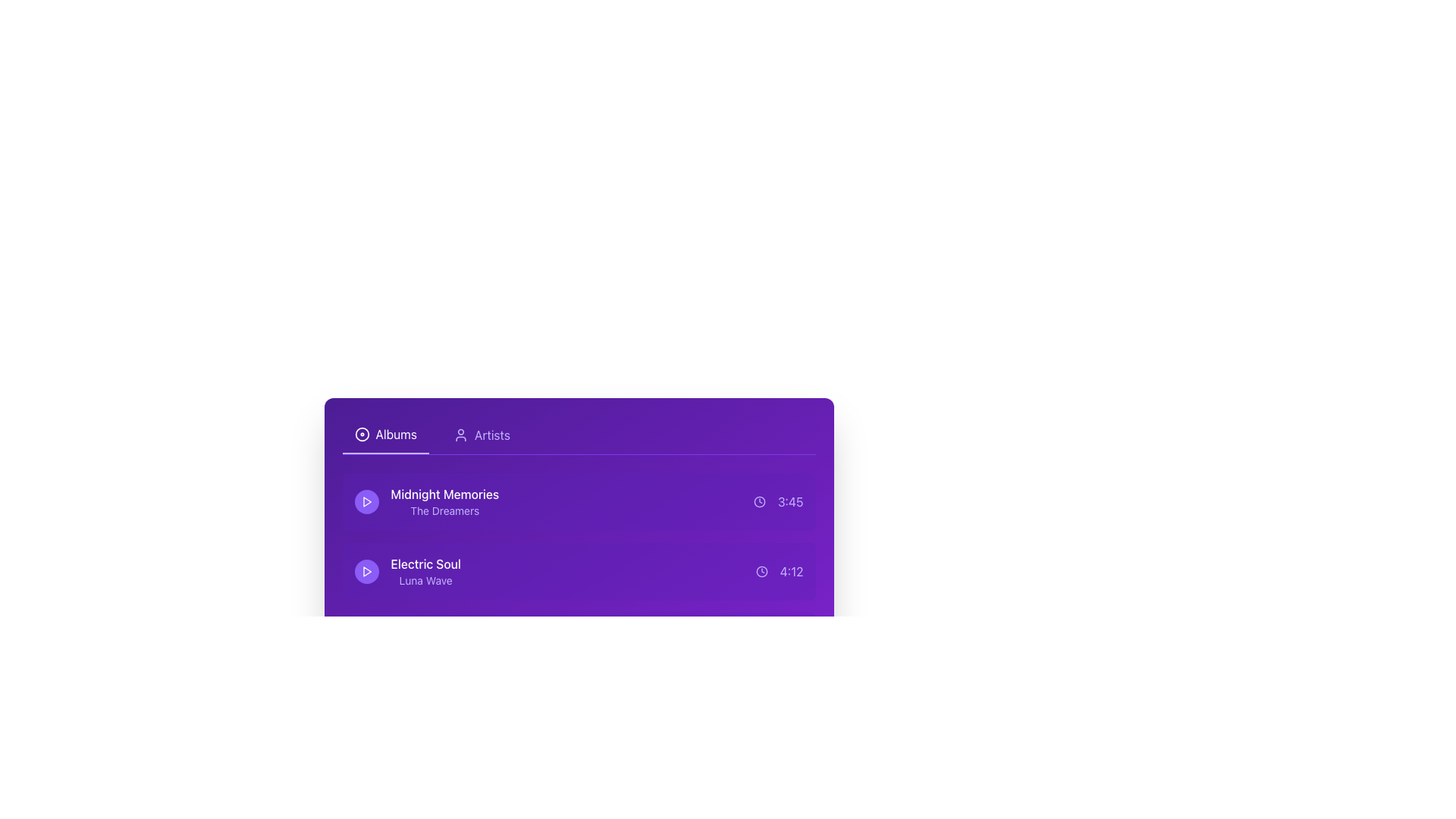 This screenshot has width=1456, height=819. Describe the element at coordinates (361, 435) in the screenshot. I see `the circular SVG icon representing the larger disc outline located towards the top-left corner of a purple section in the interface, adjacent to the 'Albums' text` at that location.